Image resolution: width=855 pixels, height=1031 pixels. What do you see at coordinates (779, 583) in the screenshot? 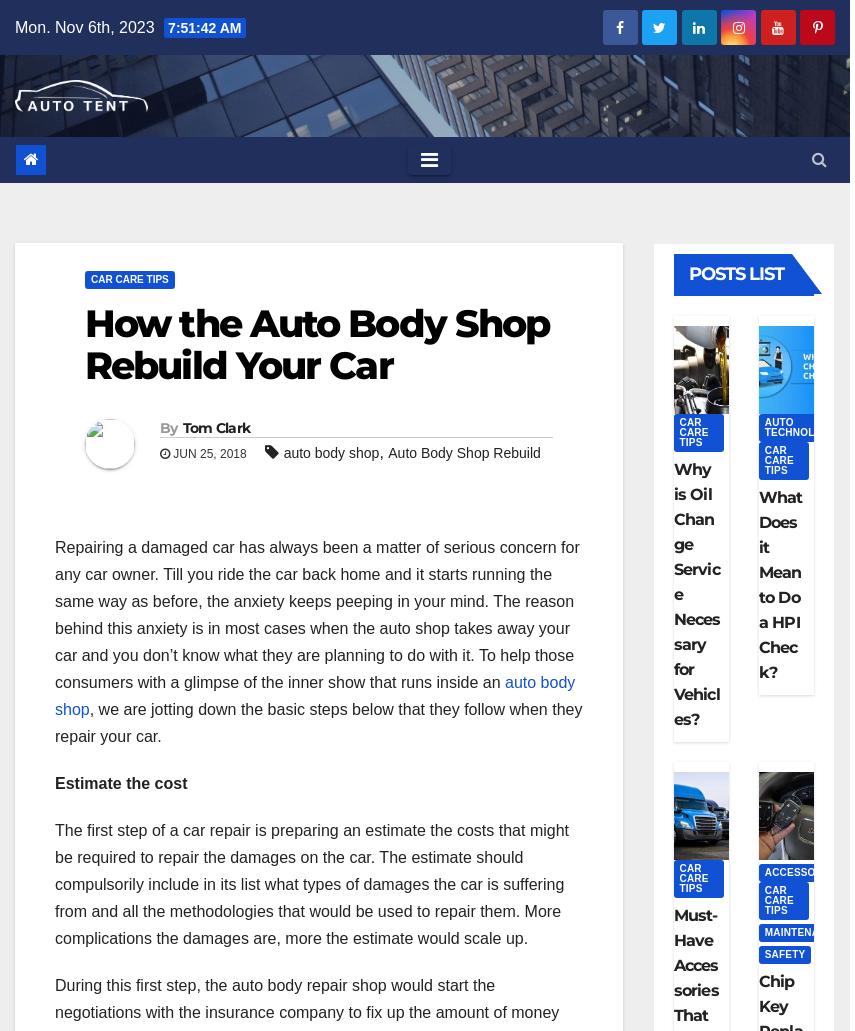
I see `'What Does it Mean to Do a HPI Check?'` at bounding box center [779, 583].